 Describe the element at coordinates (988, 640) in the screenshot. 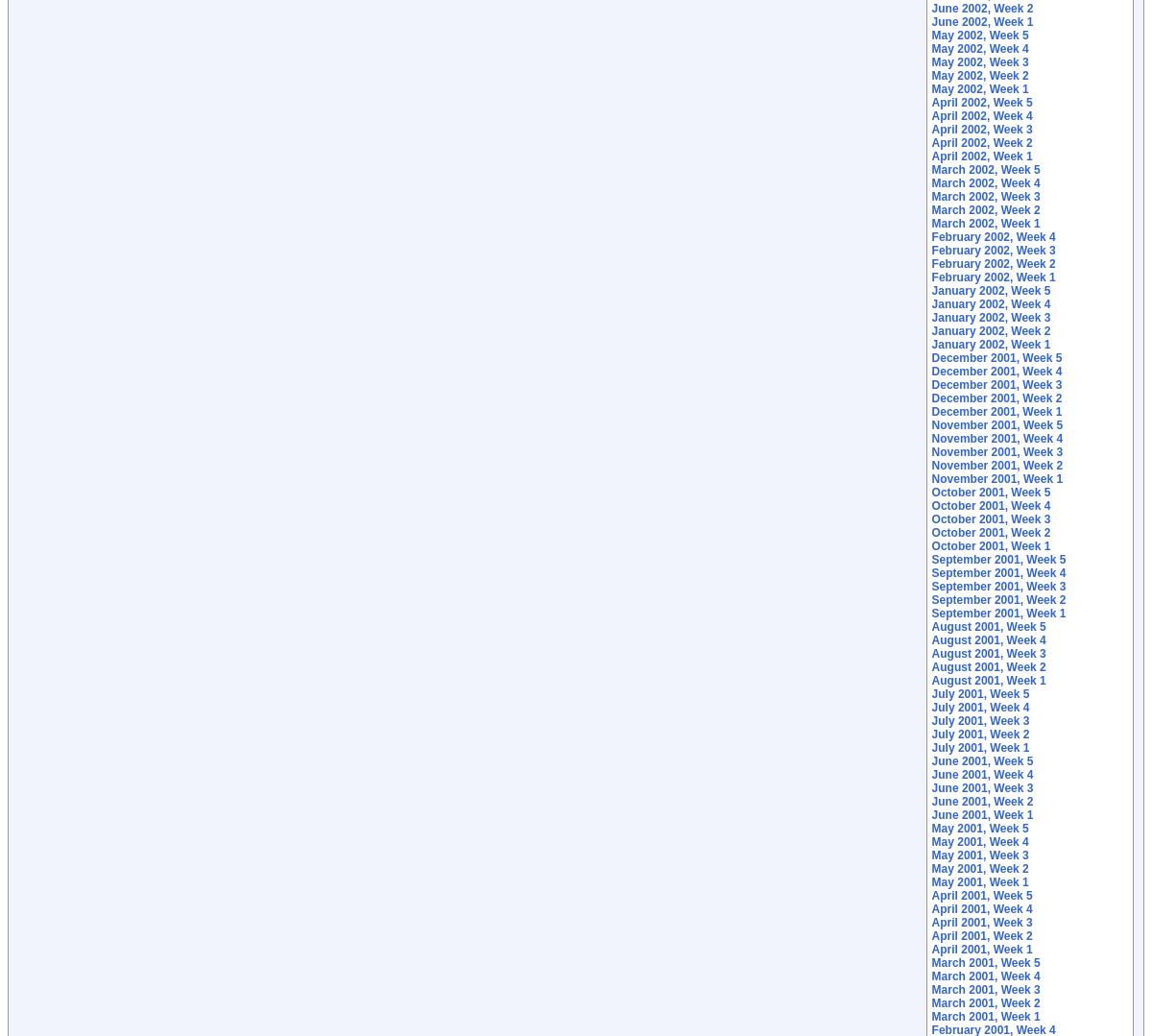

I see `'August 2001, Week 4'` at that location.